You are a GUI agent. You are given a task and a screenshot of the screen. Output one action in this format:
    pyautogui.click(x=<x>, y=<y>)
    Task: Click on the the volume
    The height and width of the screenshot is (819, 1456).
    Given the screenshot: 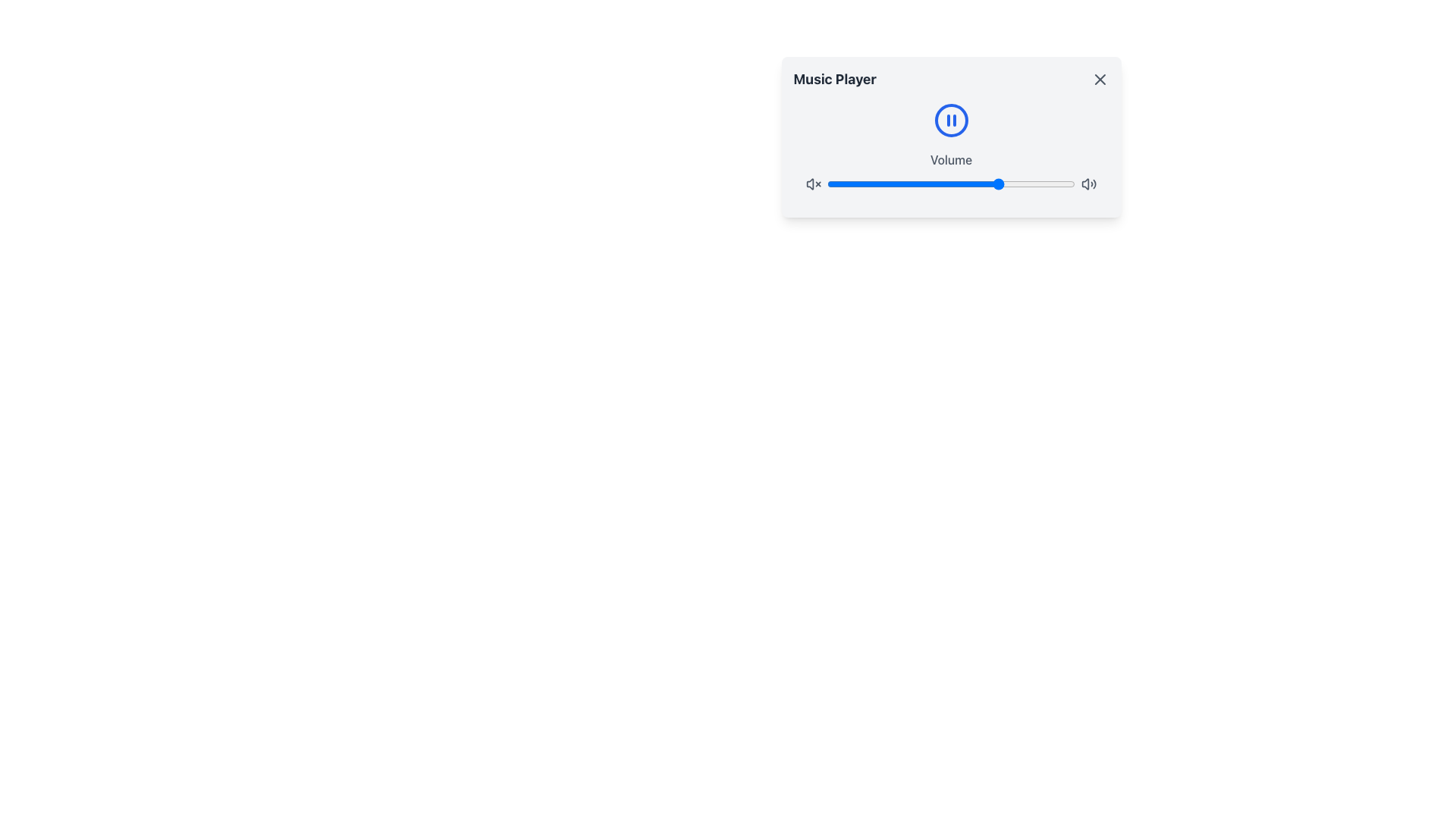 What is the action you would take?
    pyautogui.click(x=896, y=184)
    